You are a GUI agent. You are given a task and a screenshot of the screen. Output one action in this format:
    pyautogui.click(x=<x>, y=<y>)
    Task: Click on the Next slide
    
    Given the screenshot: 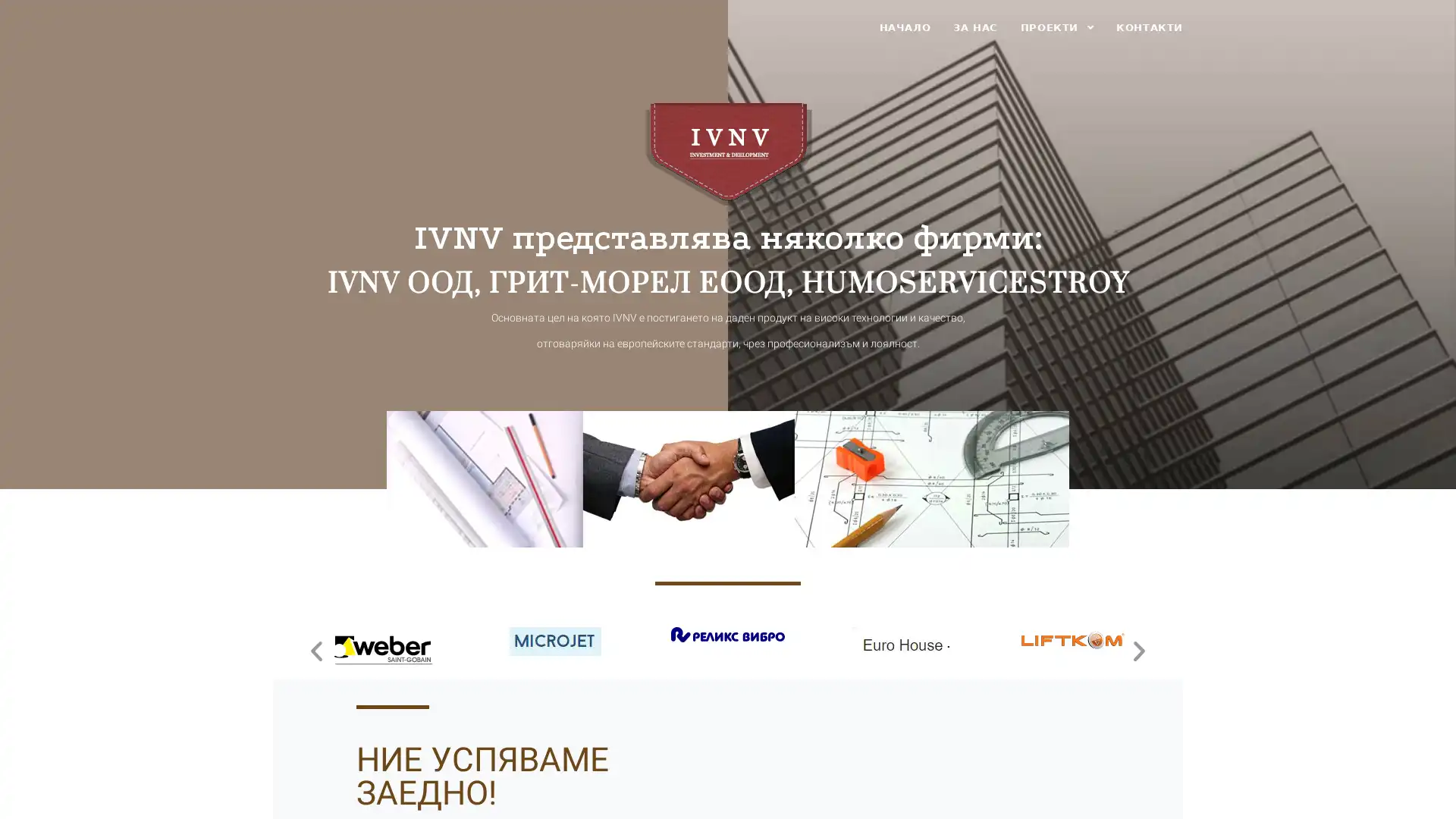 What is the action you would take?
    pyautogui.click(x=1139, y=649)
    